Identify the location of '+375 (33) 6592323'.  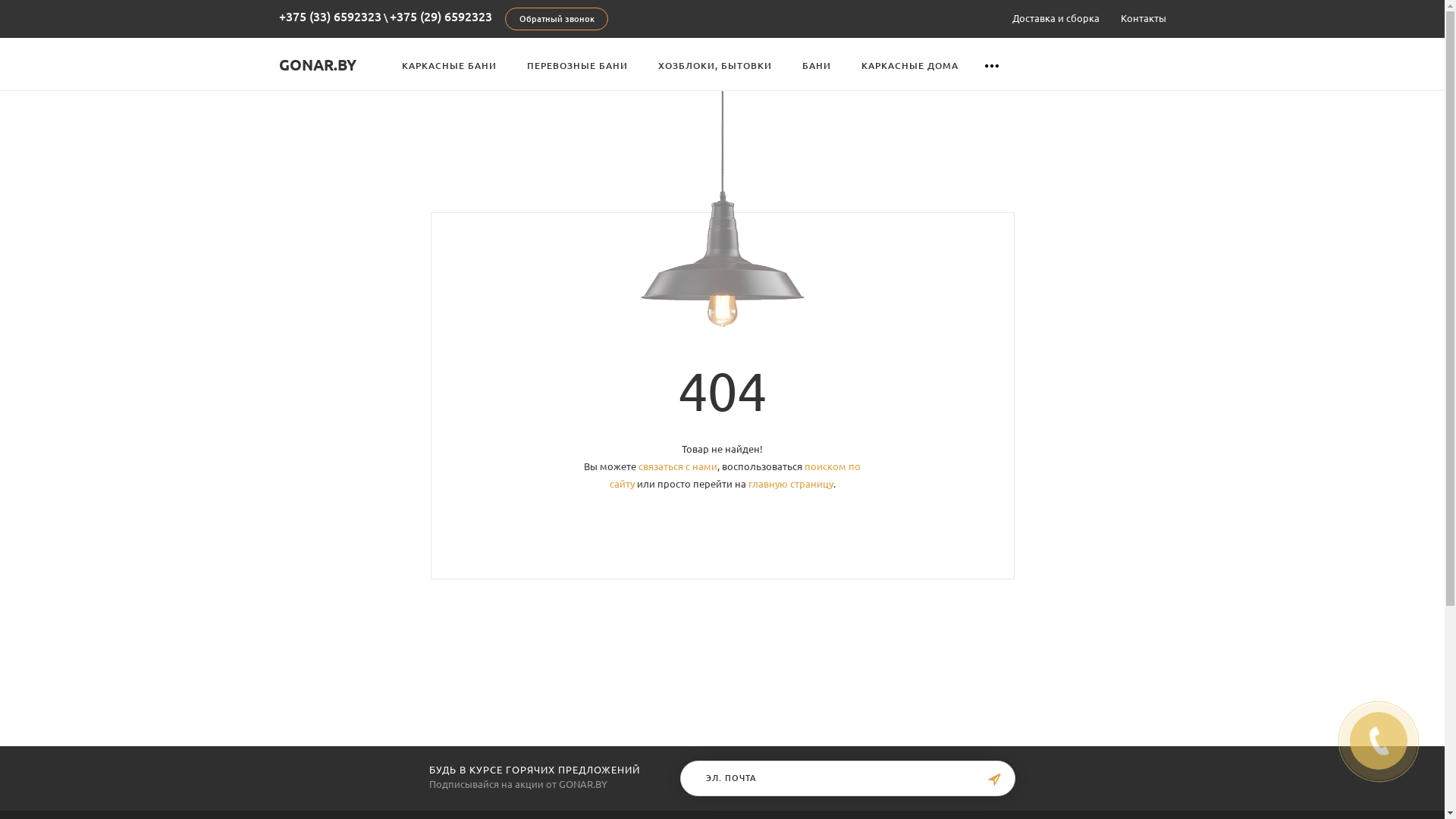
(279, 17).